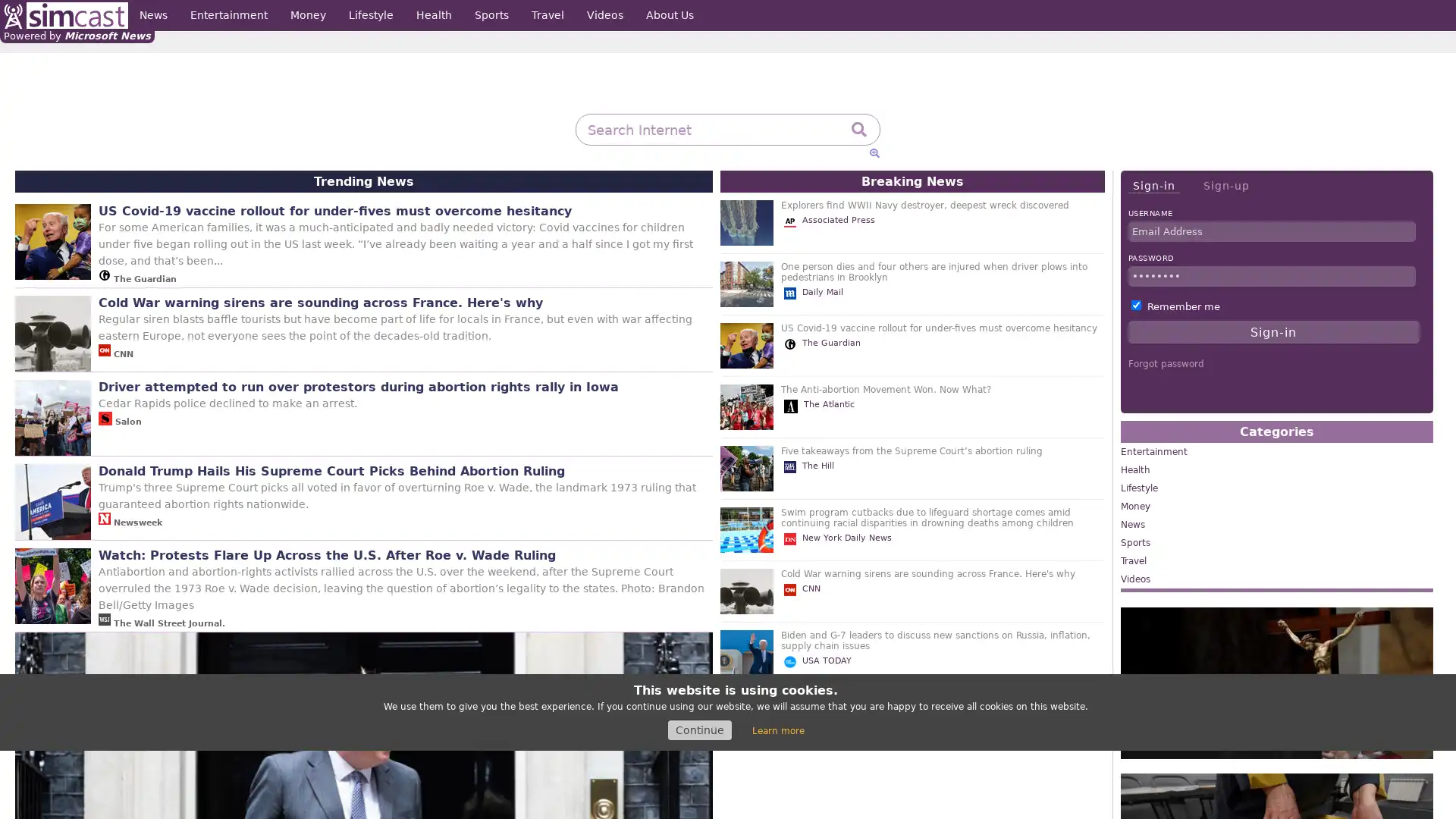 This screenshot has height=819, width=1456. Describe the element at coordinates (1225, 185) in the screenshot. I see `Sign-up` at that location.